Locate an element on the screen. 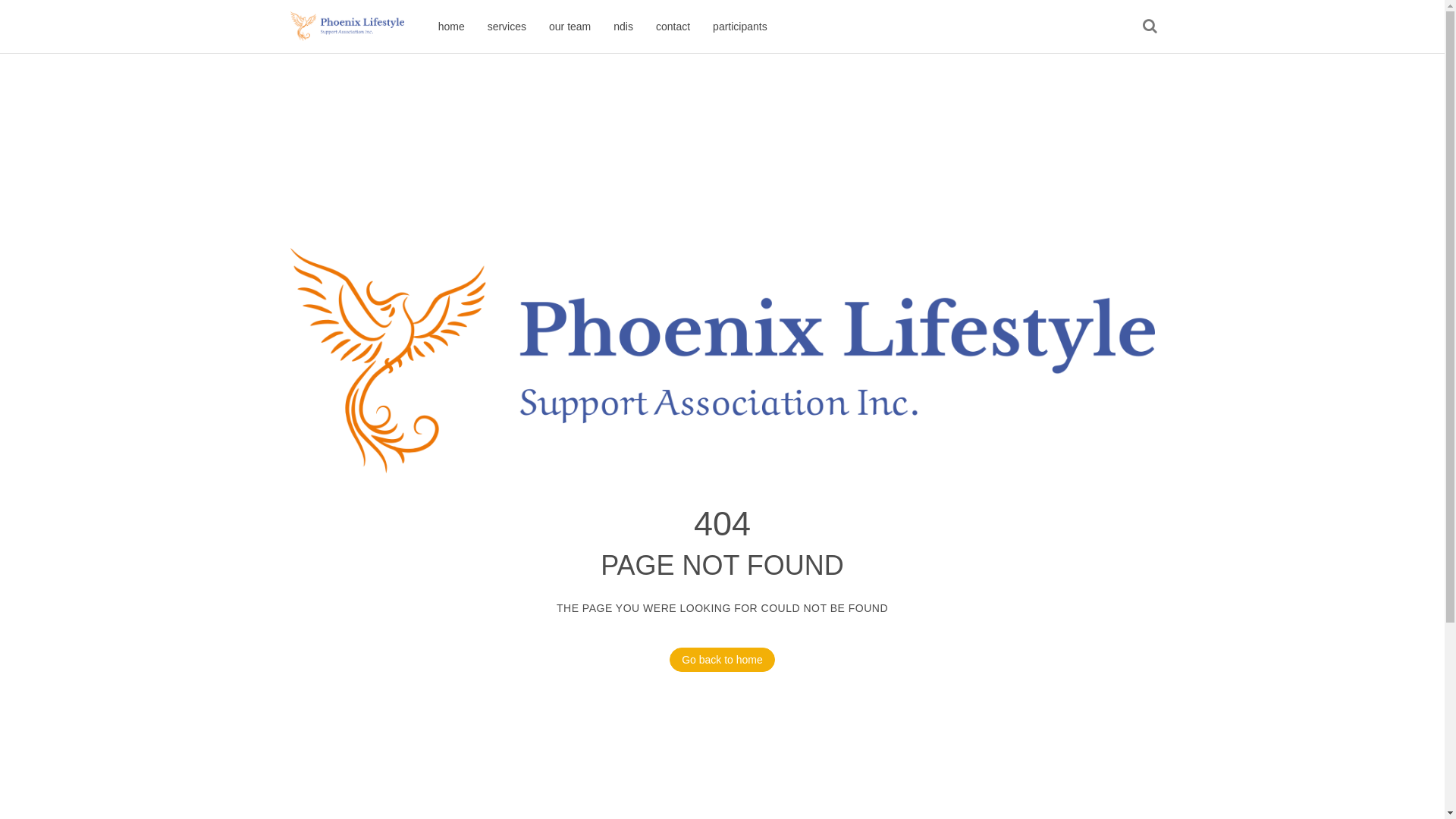  'GO' is located at coordinates (1149, 26).